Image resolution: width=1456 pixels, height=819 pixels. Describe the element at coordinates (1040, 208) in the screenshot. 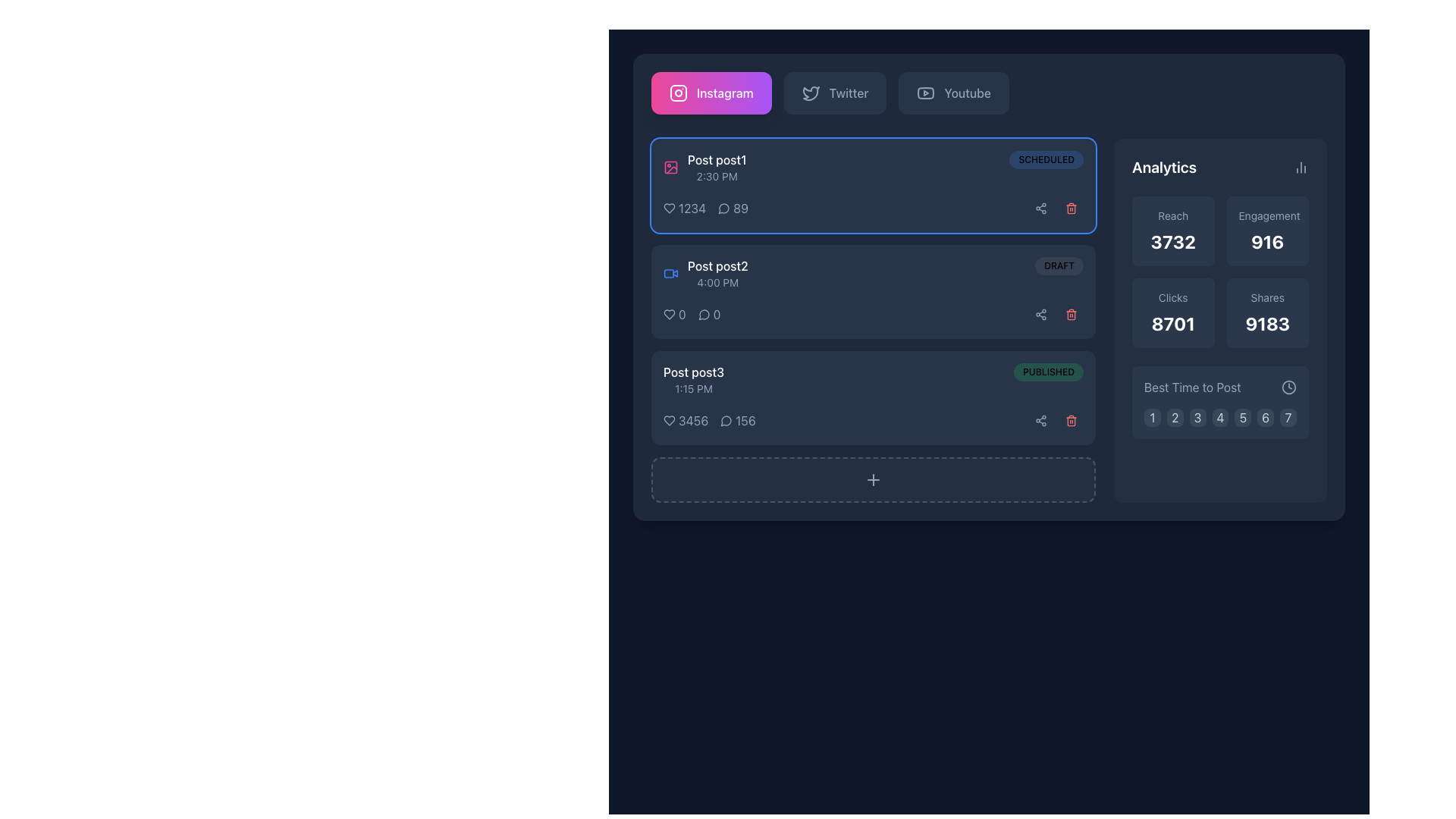

I see `the share button icon located at the top-right corner of the list item labeled 'Post post1'` at that location.